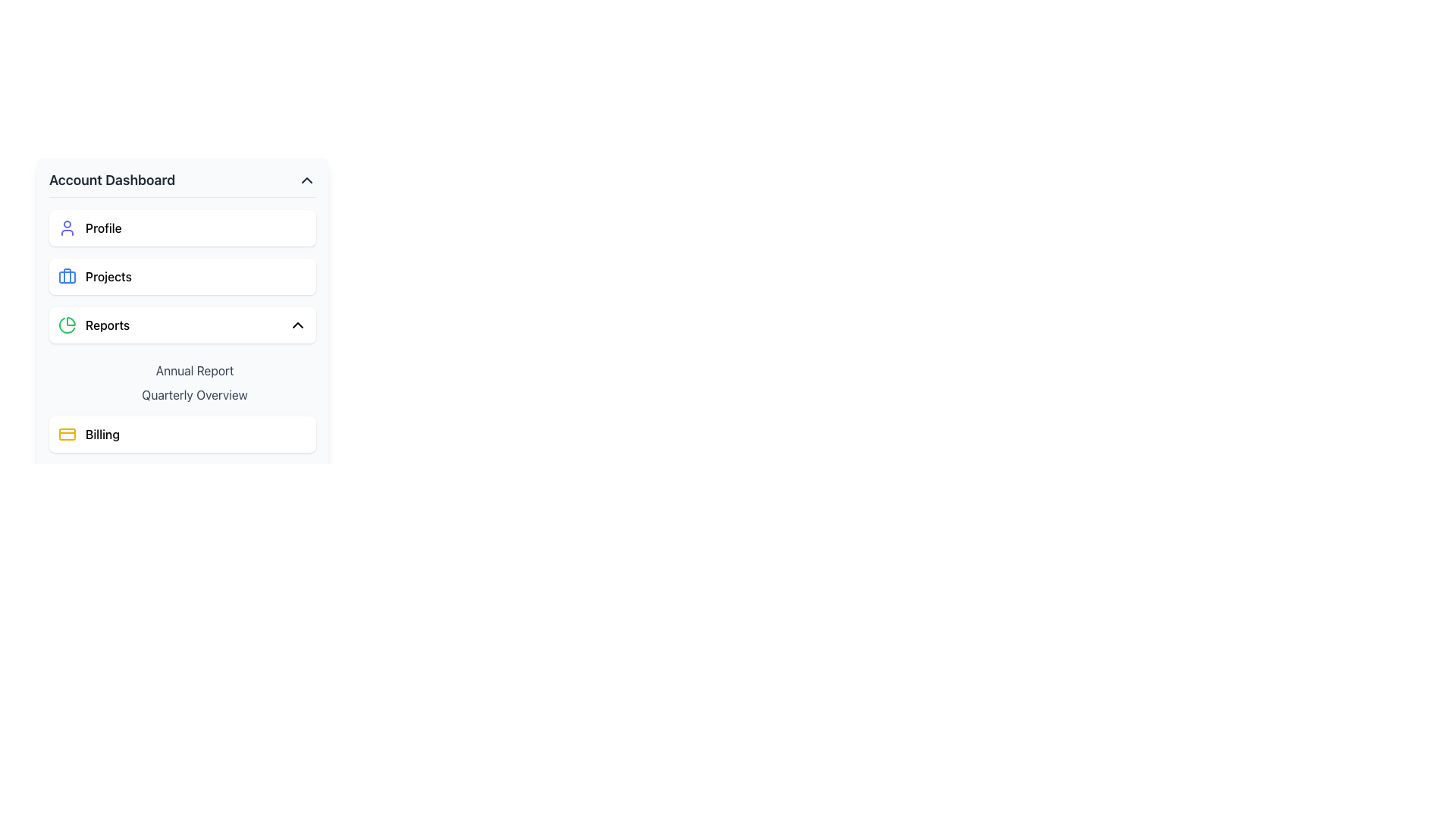 Image resolution: width=1456 pixels, height=819 pixels. What do you see at coordinates (182, 359) in the screenshot?
I see `the Menu Panel located on the left side of the interface` at bounding box center [182, 359].